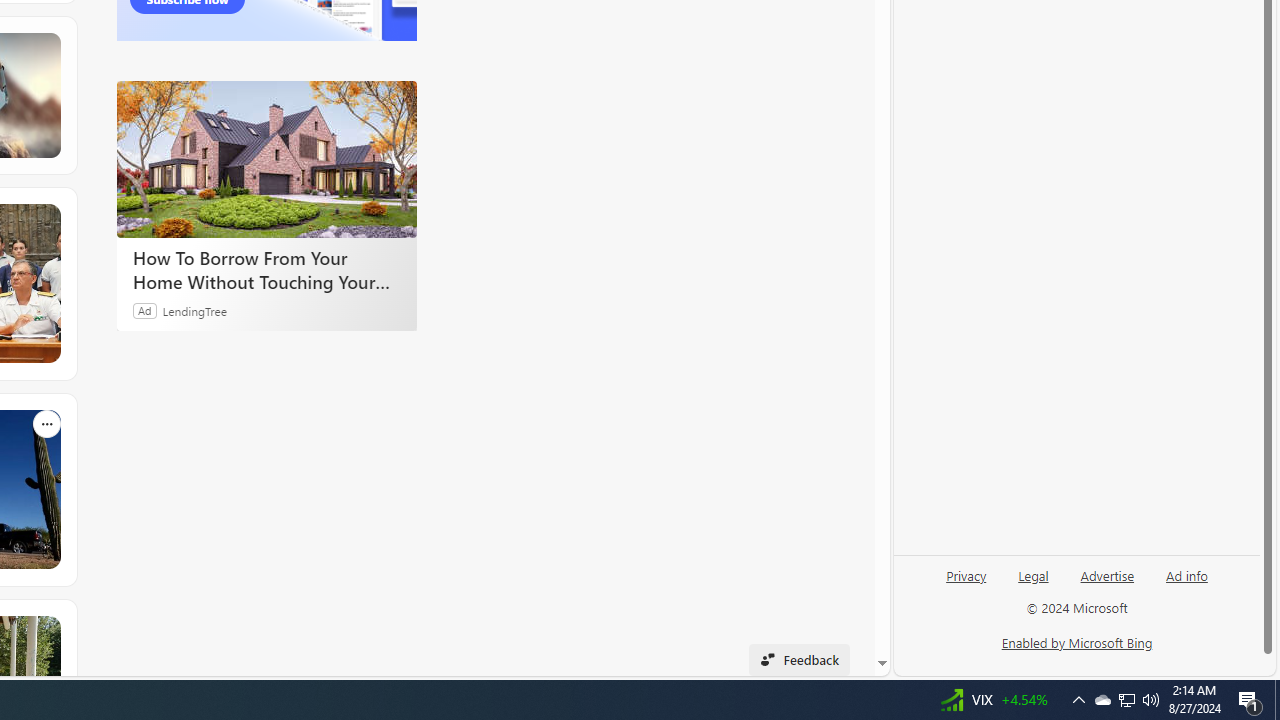 The height and width of the screenshot is (720, 1280). Describe the element at coordinates (1187, 574) in the screenshot. I see `'Ad info'` at that location.